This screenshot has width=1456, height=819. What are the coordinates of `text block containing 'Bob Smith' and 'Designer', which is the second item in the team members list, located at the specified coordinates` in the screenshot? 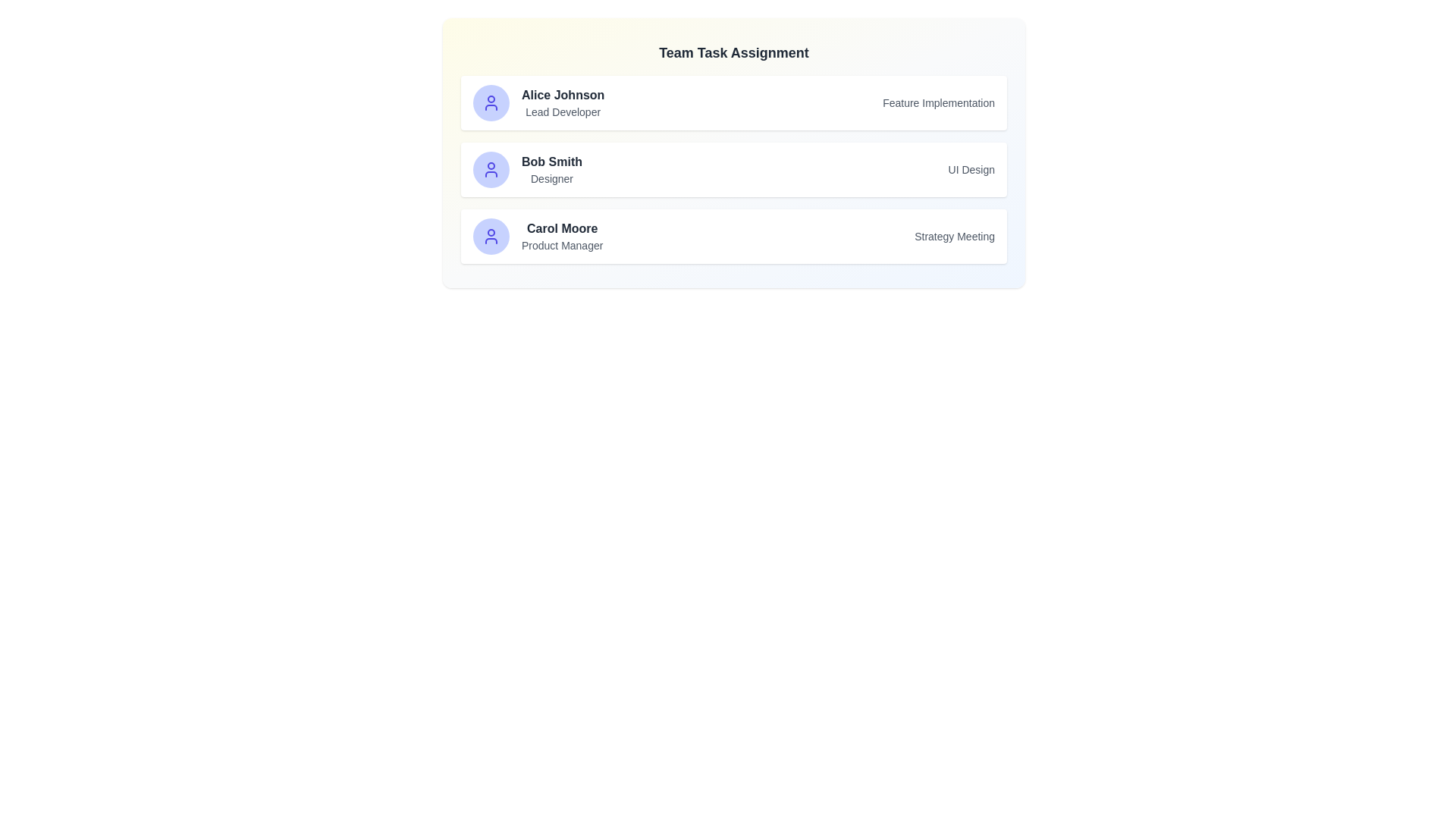 It's located at (551, 169).